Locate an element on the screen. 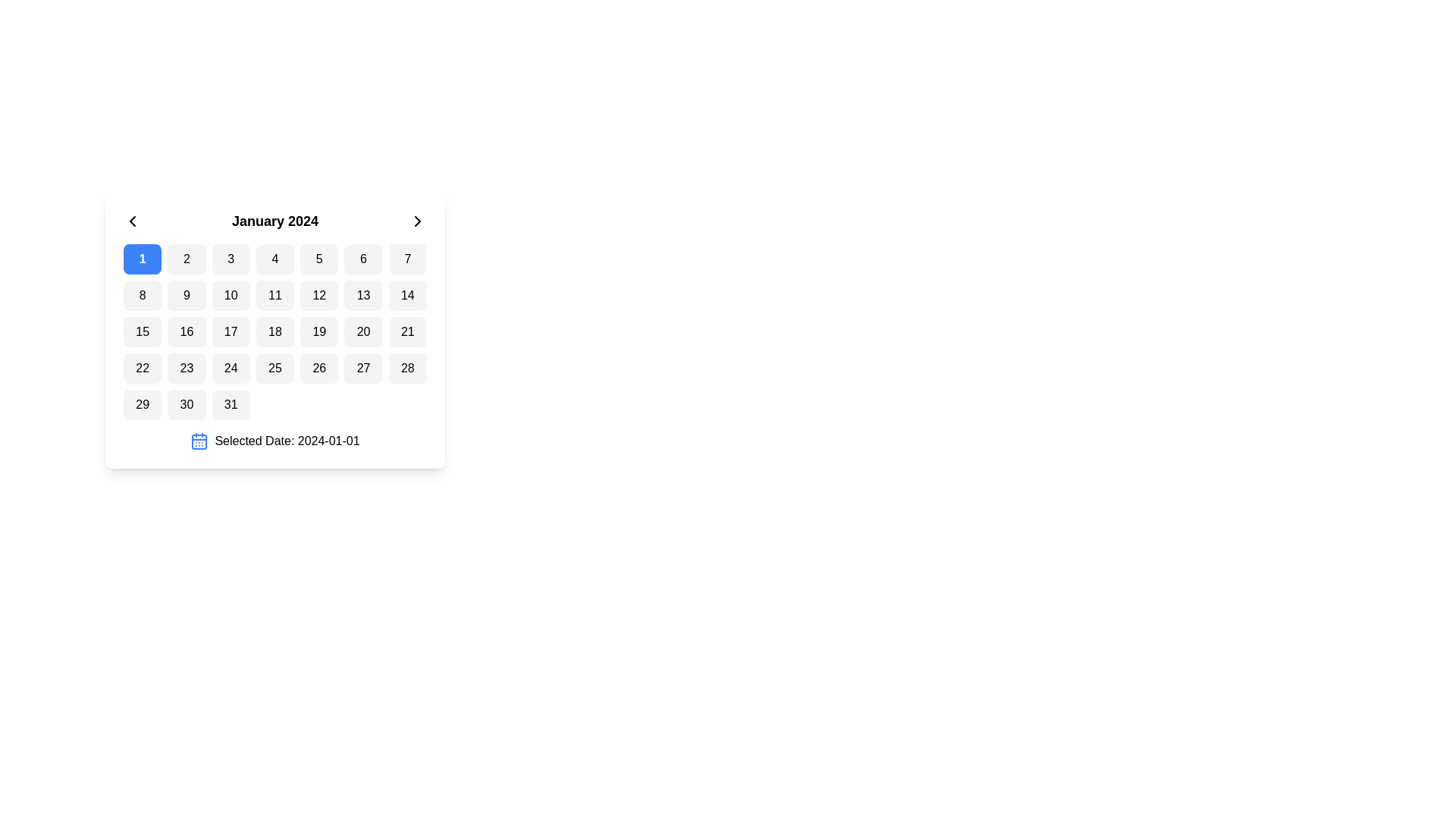 The height and width of the screenshot is (819, 1456). the clickable date item representing the date '31' in the calendar grid is located at coordinates (230, 403).